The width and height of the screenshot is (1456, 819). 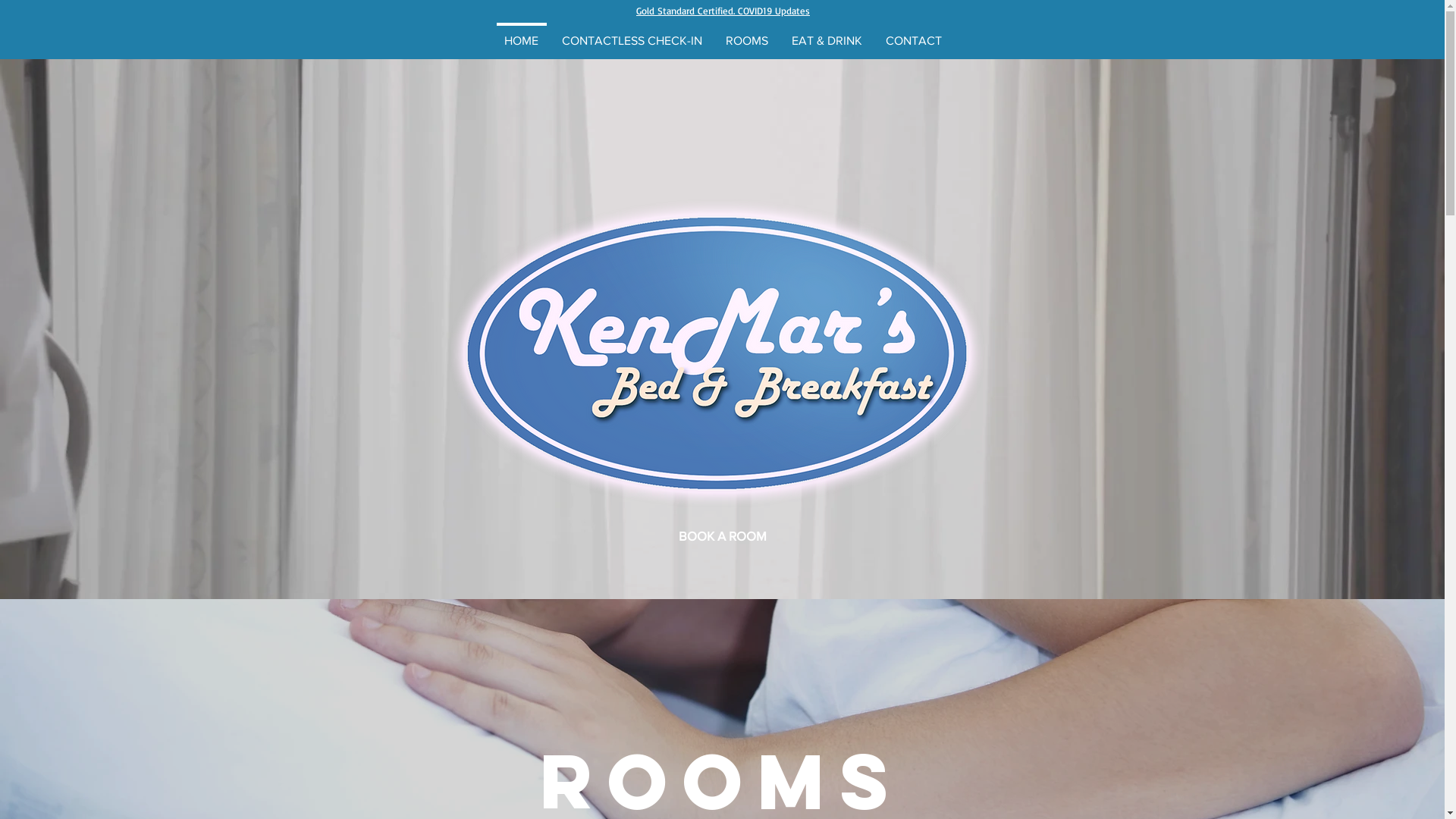 I want to click on 'CONTACTLESS CHECK-IN', so click(x=632, y=33).